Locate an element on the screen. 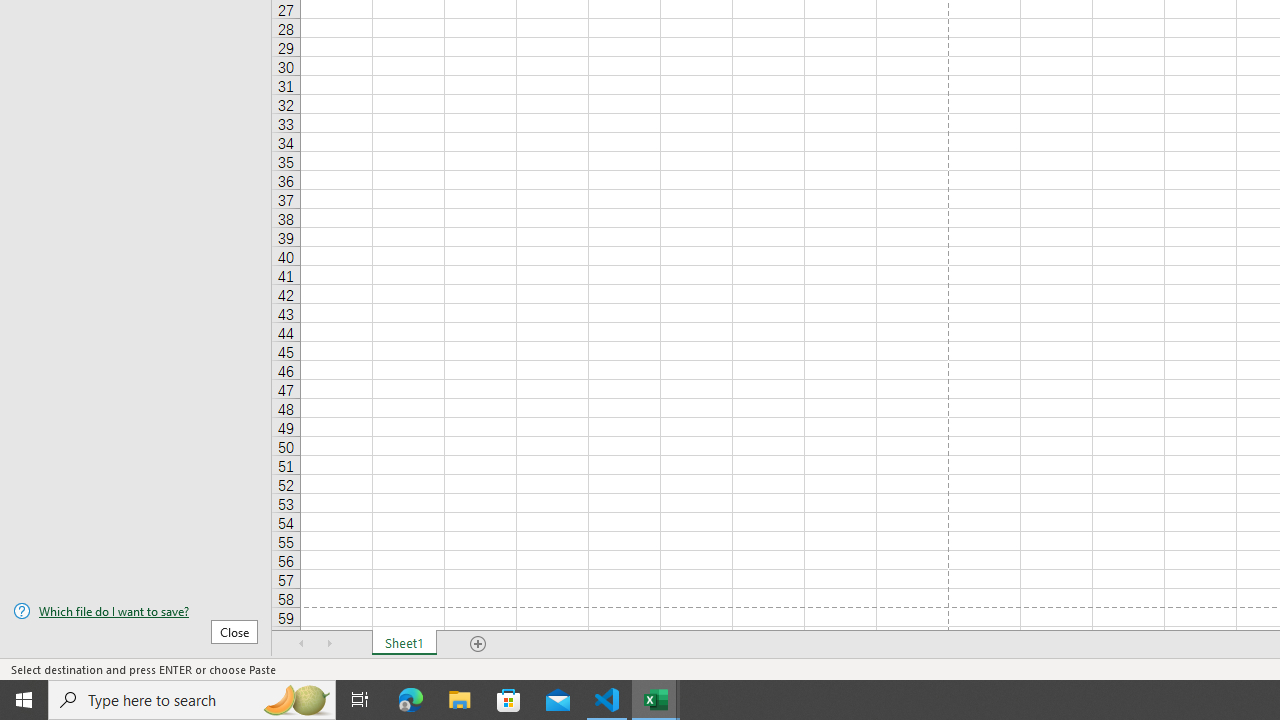  'File Explorer' is located at coordinates (459, 698).